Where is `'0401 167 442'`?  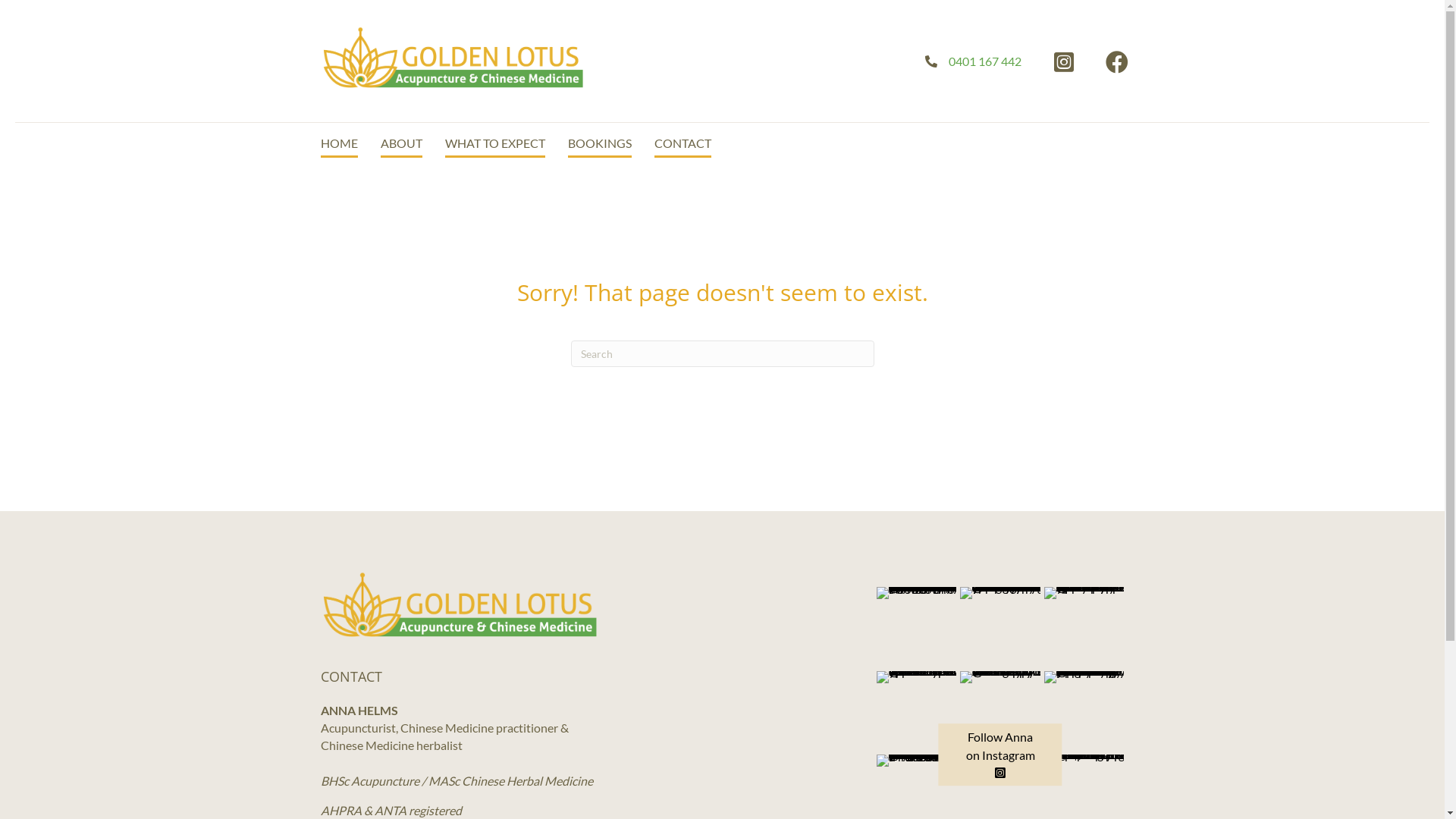
'0401 167 442' is located at coordinates (985, 60).